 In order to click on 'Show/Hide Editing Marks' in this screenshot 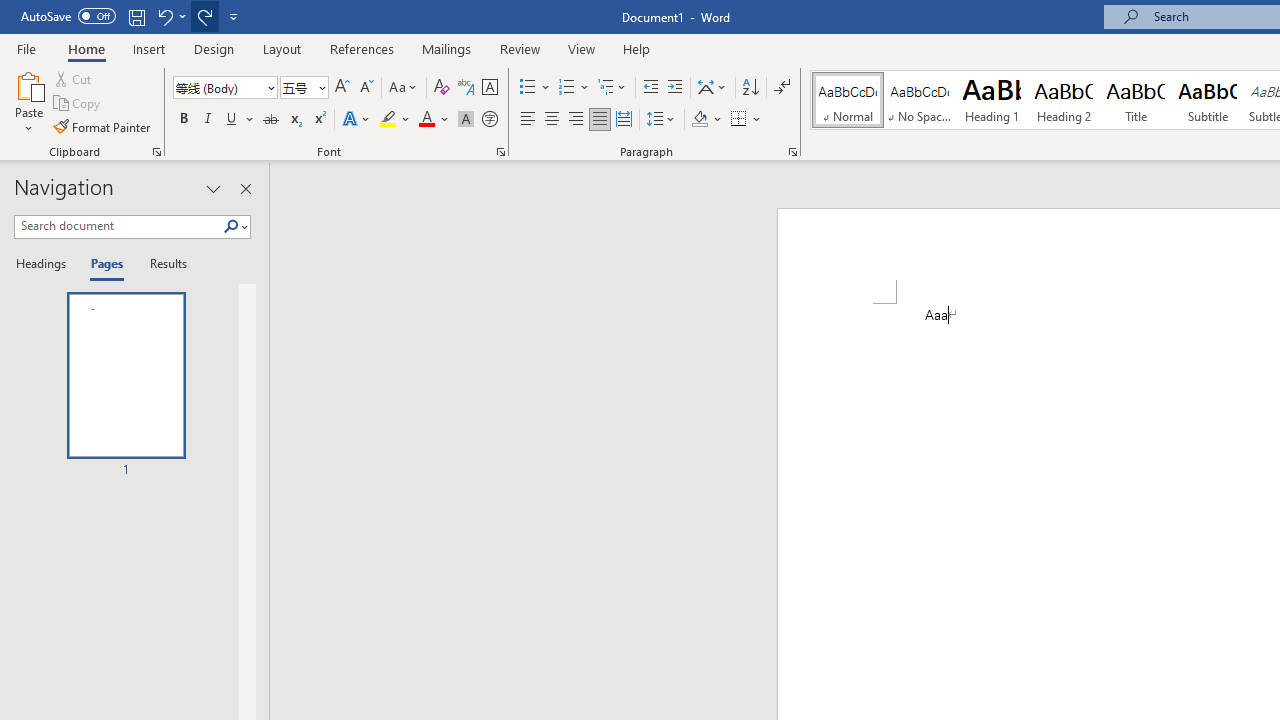, I will do `click(781, 86)`.